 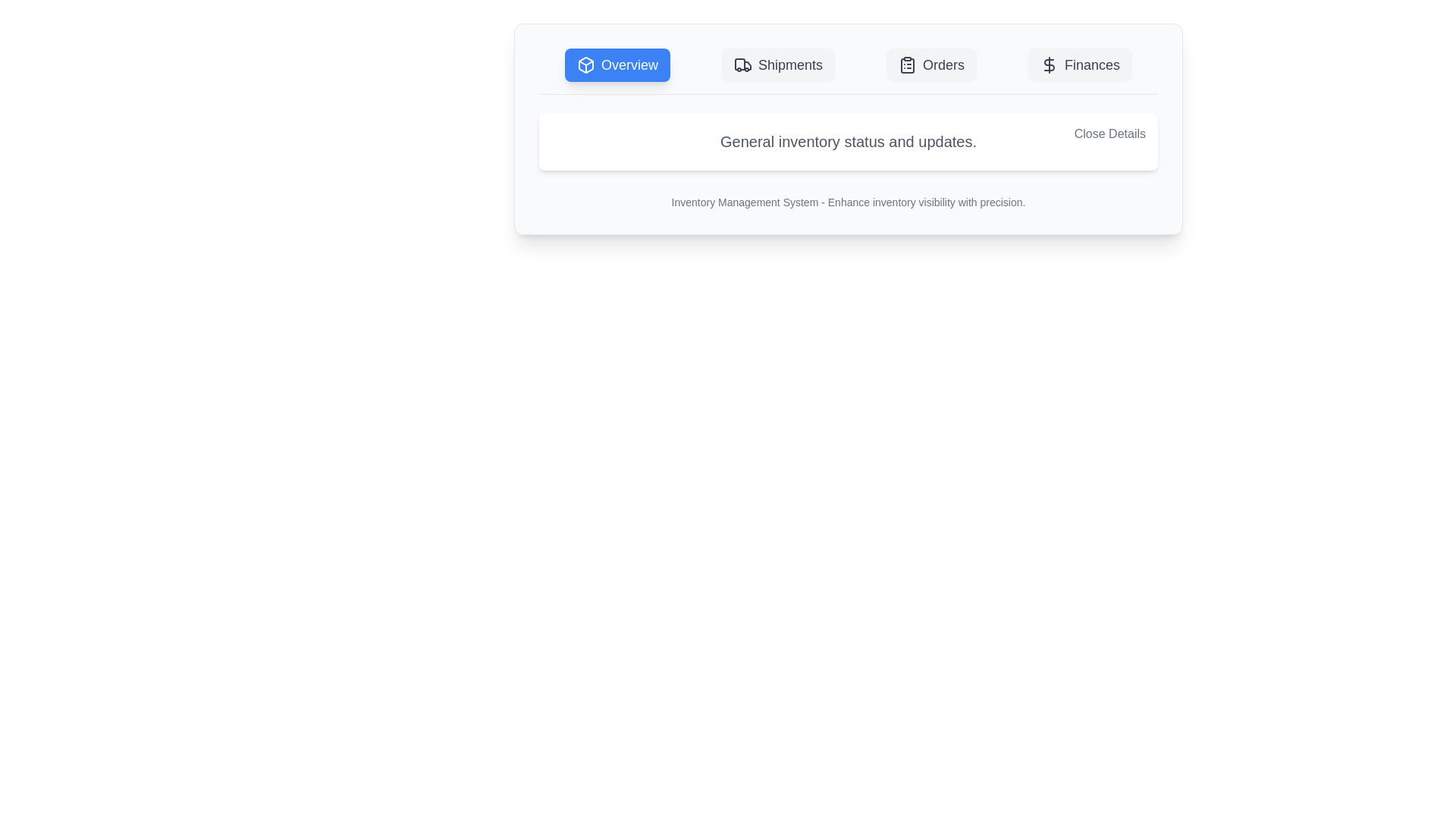 What do you see at coordinates (930, 64) in the screenshot?
I see `the tab labeled Orders to switch the content view` at bounding box center [930, 64].